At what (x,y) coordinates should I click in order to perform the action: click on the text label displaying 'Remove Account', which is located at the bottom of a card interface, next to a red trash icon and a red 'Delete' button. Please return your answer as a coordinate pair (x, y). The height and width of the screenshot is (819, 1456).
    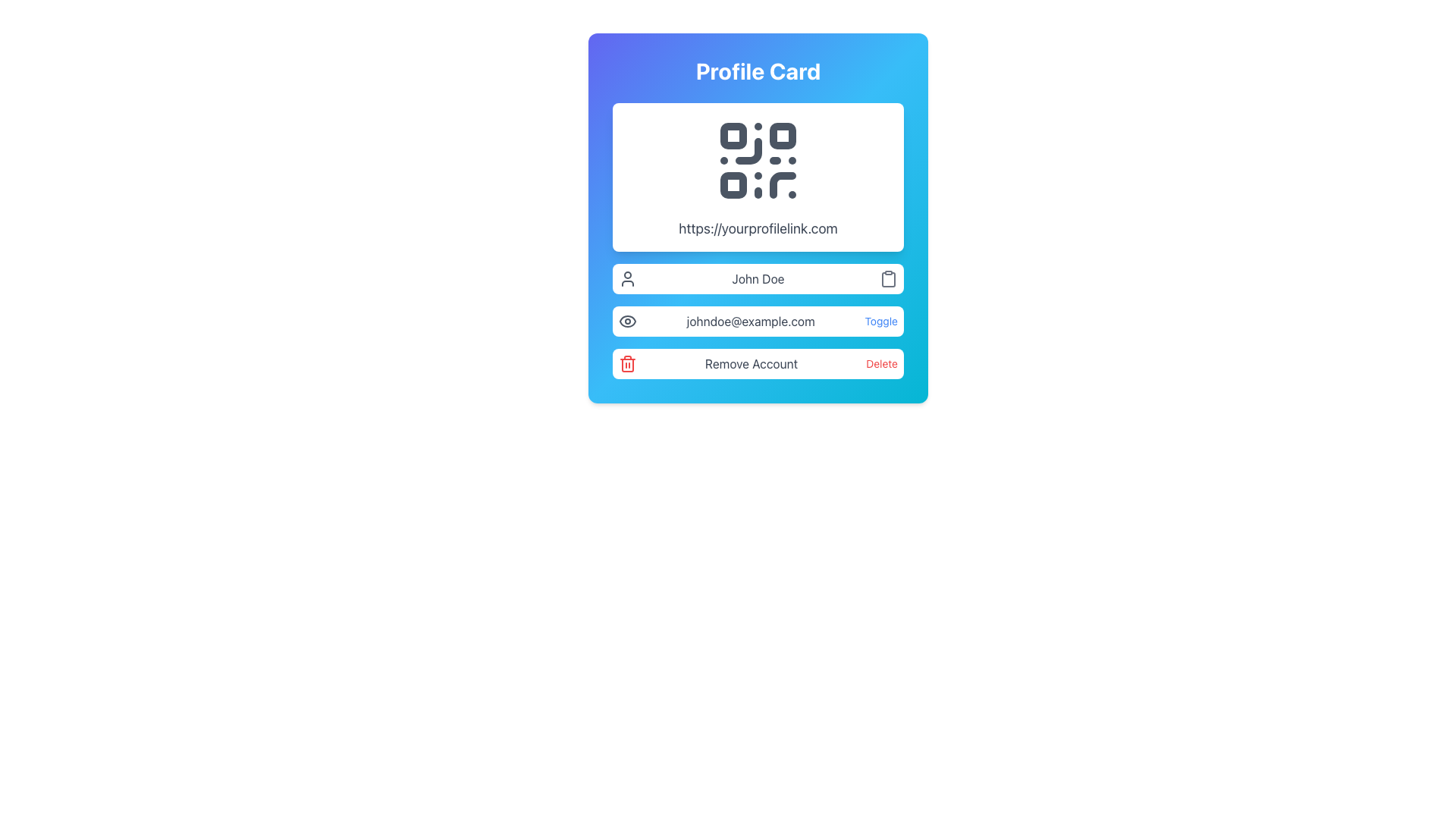
    Looking at the image, I should click on (752, 363).